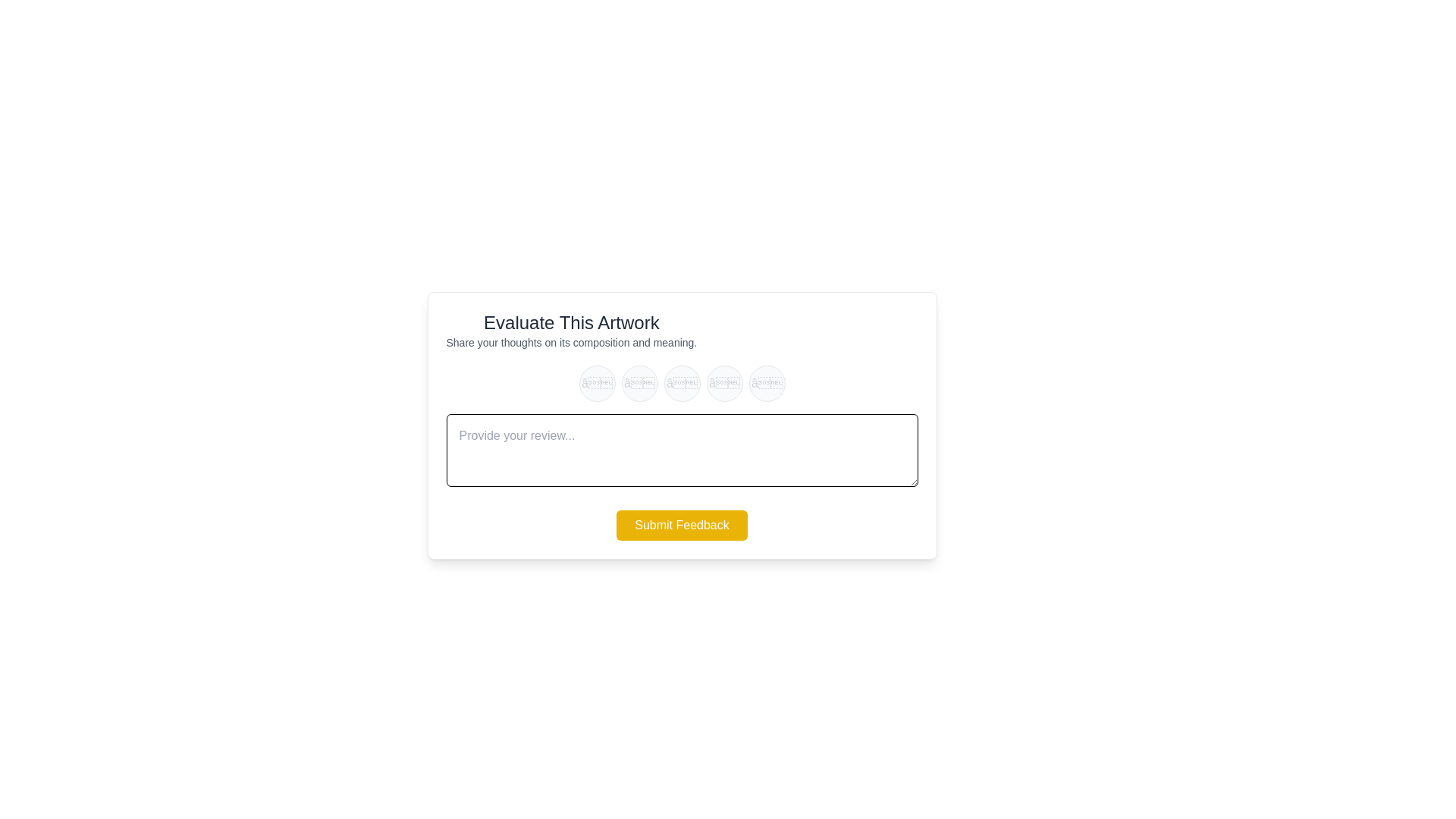  Describe the element at coordinates (723, 382) in the screenshot. I see `the star rating to 4 by clicking on the corresponding star button` at that location.